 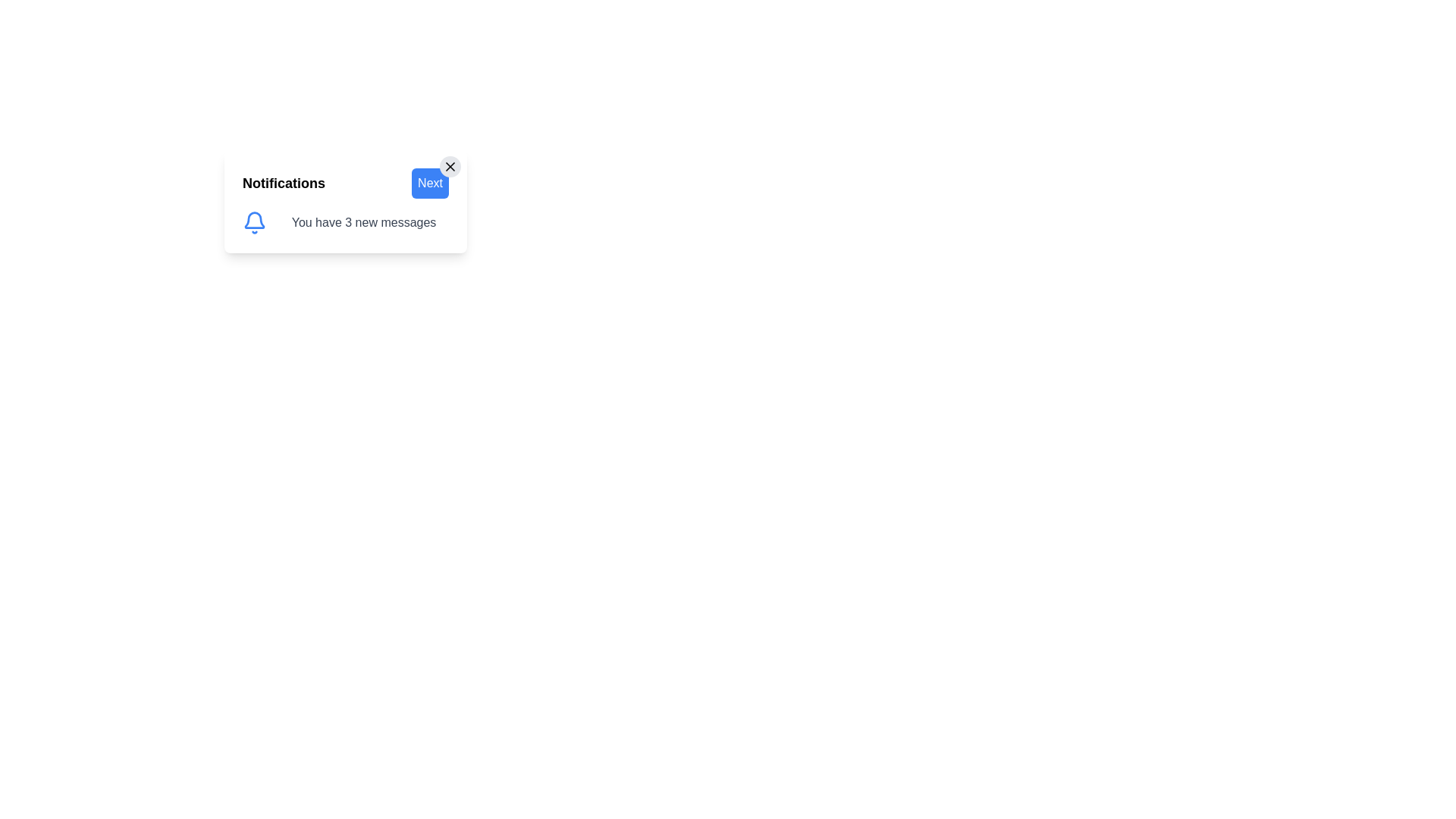 What do you see at coordinates (345, 222) in the screenshot?
I see `the Notification item featuring a blue bell icon and the message text 'You have 3 new messages' to read the message` at bounding box center [345, 222].